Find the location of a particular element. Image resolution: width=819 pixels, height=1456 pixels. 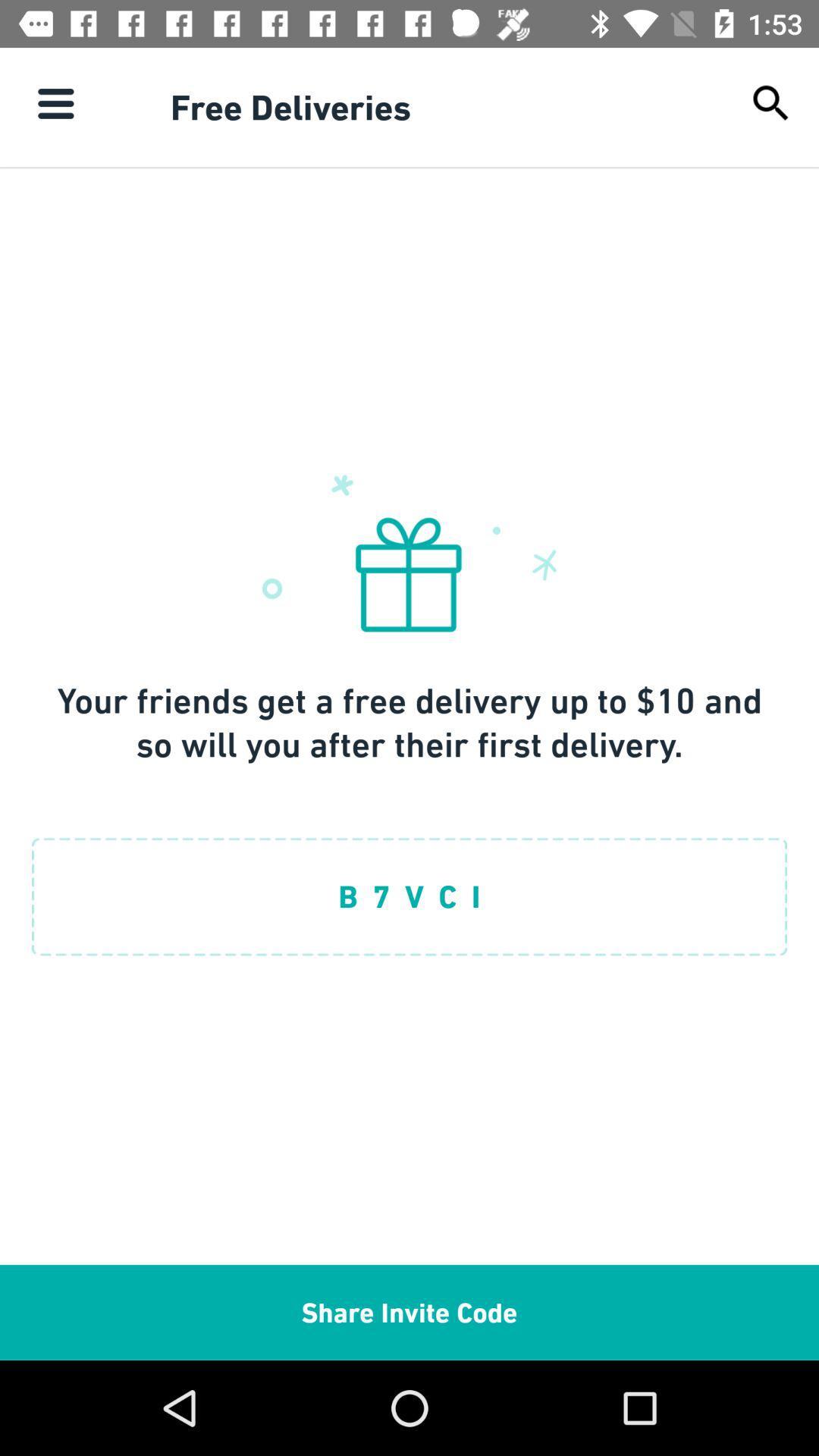

icon above your friends get is located at coordinates (771, 102).